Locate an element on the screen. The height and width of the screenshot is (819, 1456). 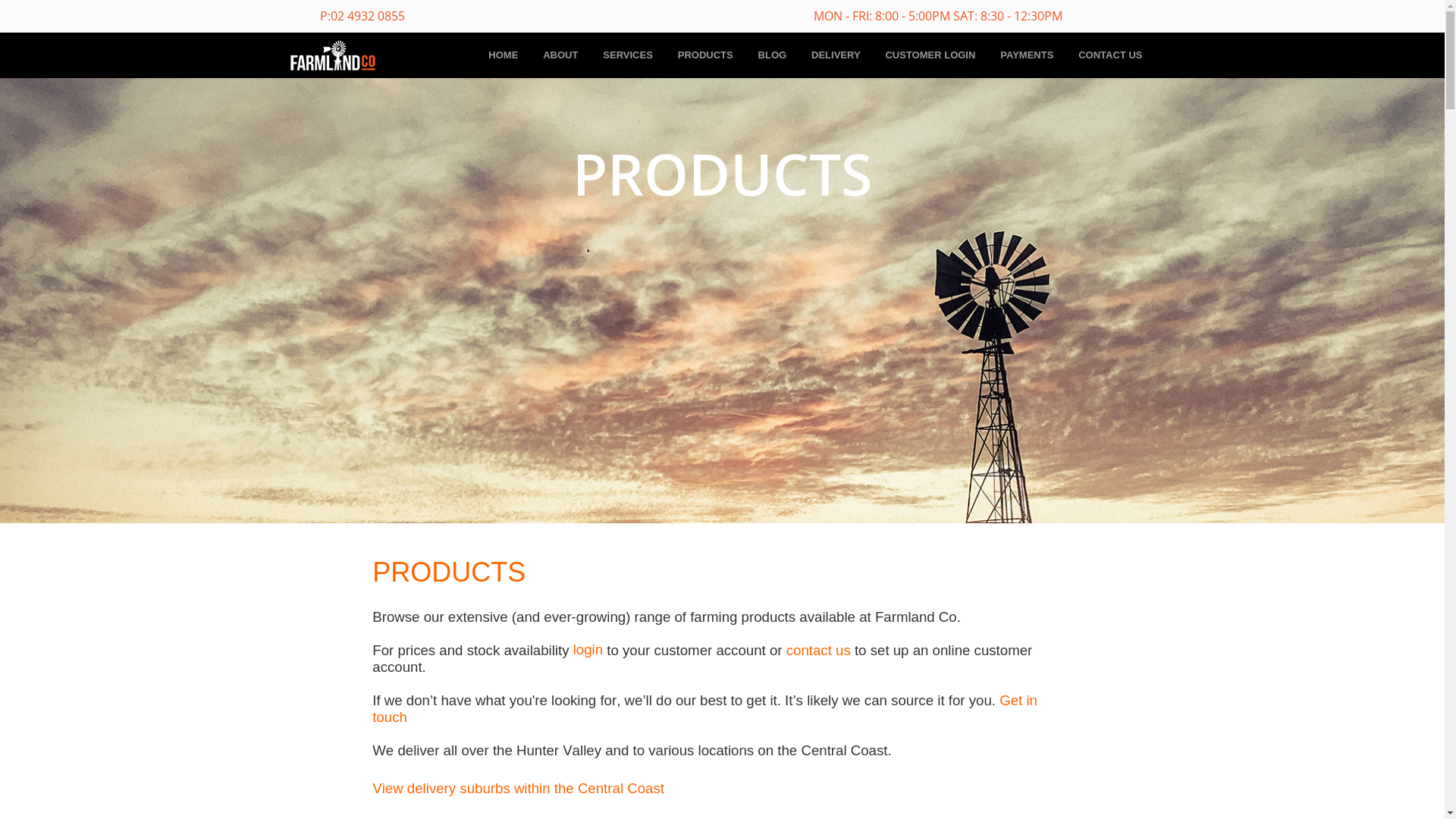
'View delivery suburbs within the Central Coast' is located at coordinates (518, 787).